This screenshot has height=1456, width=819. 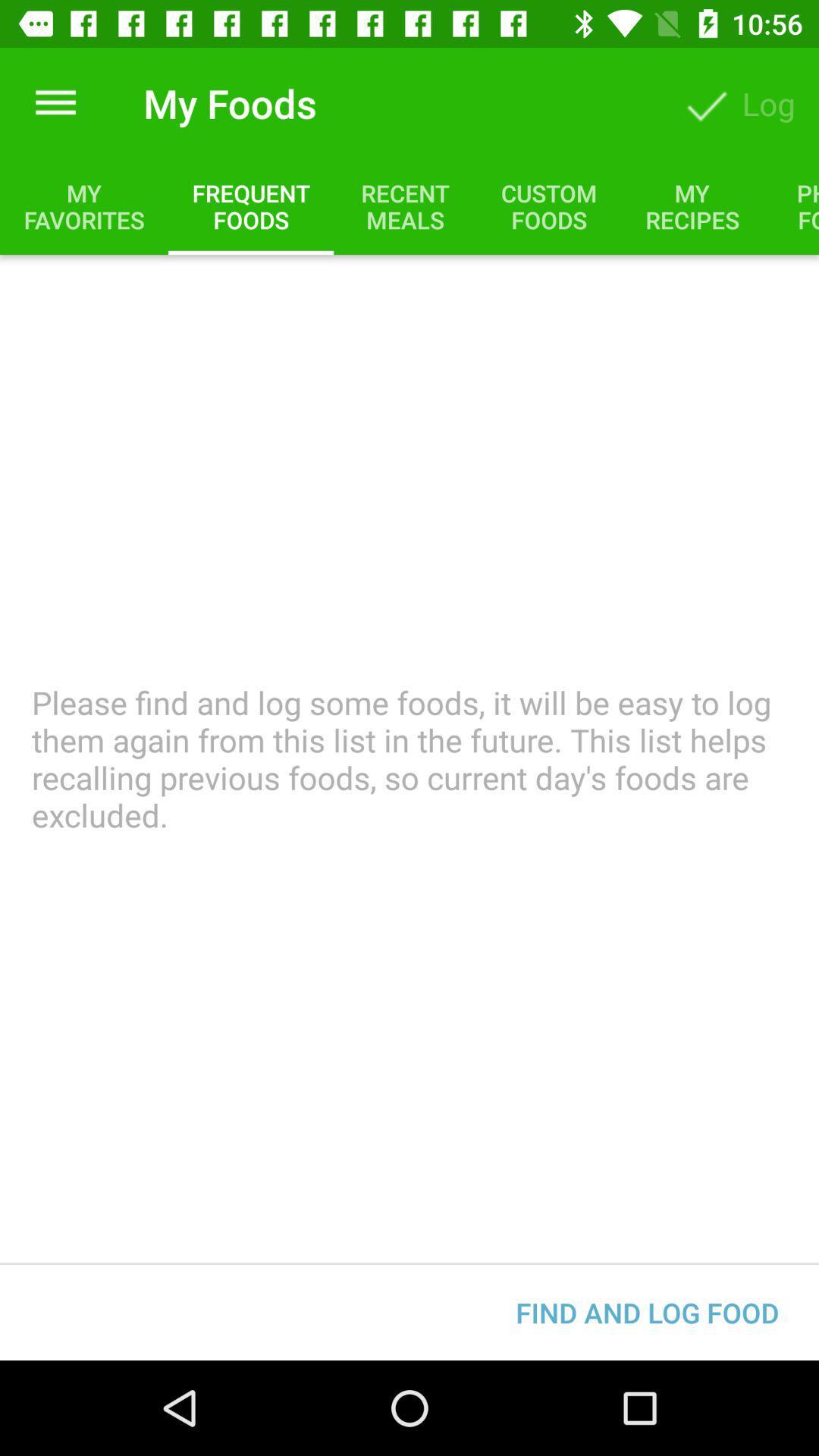 I want to click on the icon to the left of the my foods item, so click(x=55, y=102).